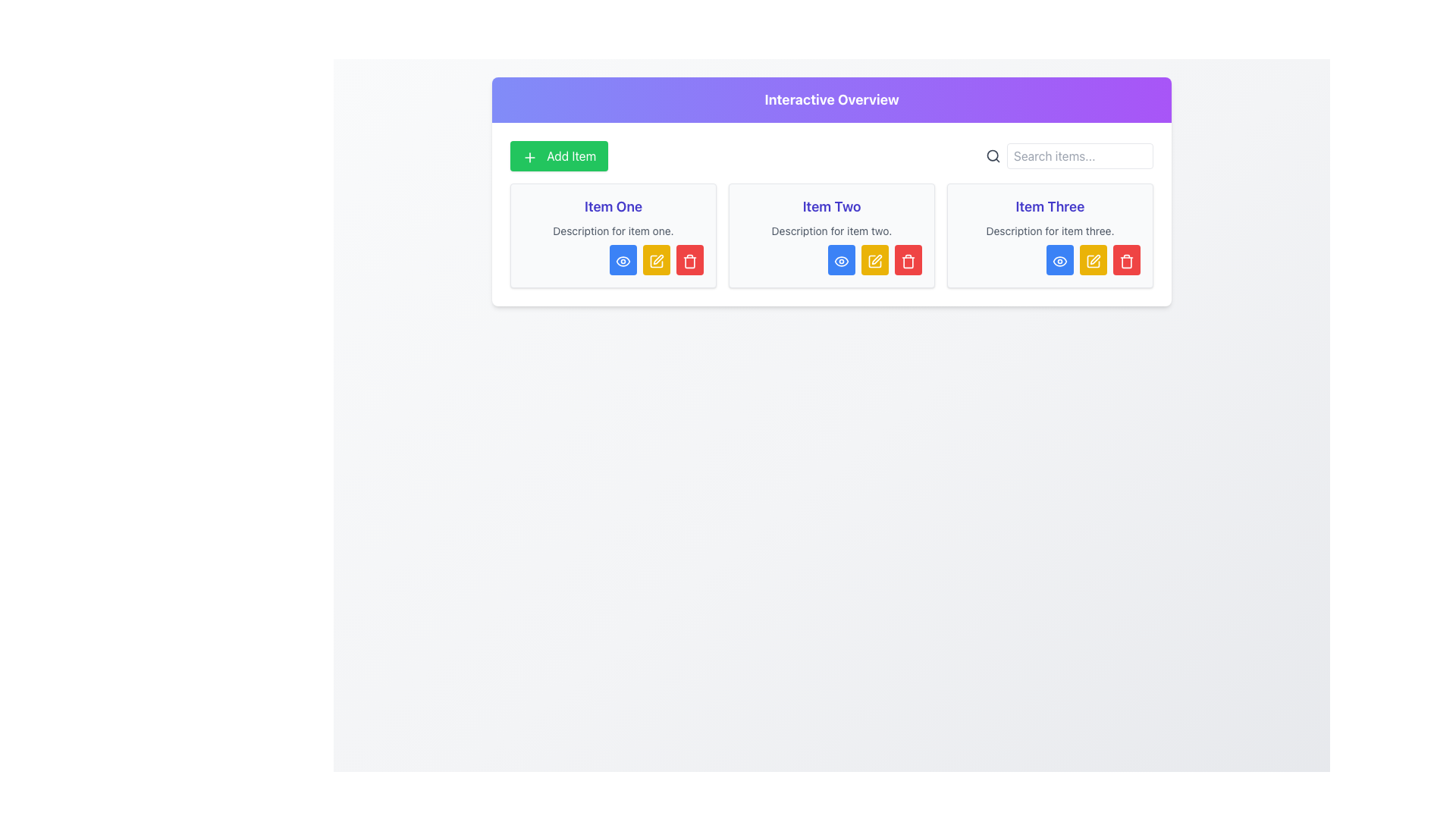 The image size is (1456, 819). What do you see at coordinates (1050, 207) in the screenshot?
I see `the title of the third item card, which is styled as a heading and serves as a clear label for the content within the card` at bounding box center [1050, 207].